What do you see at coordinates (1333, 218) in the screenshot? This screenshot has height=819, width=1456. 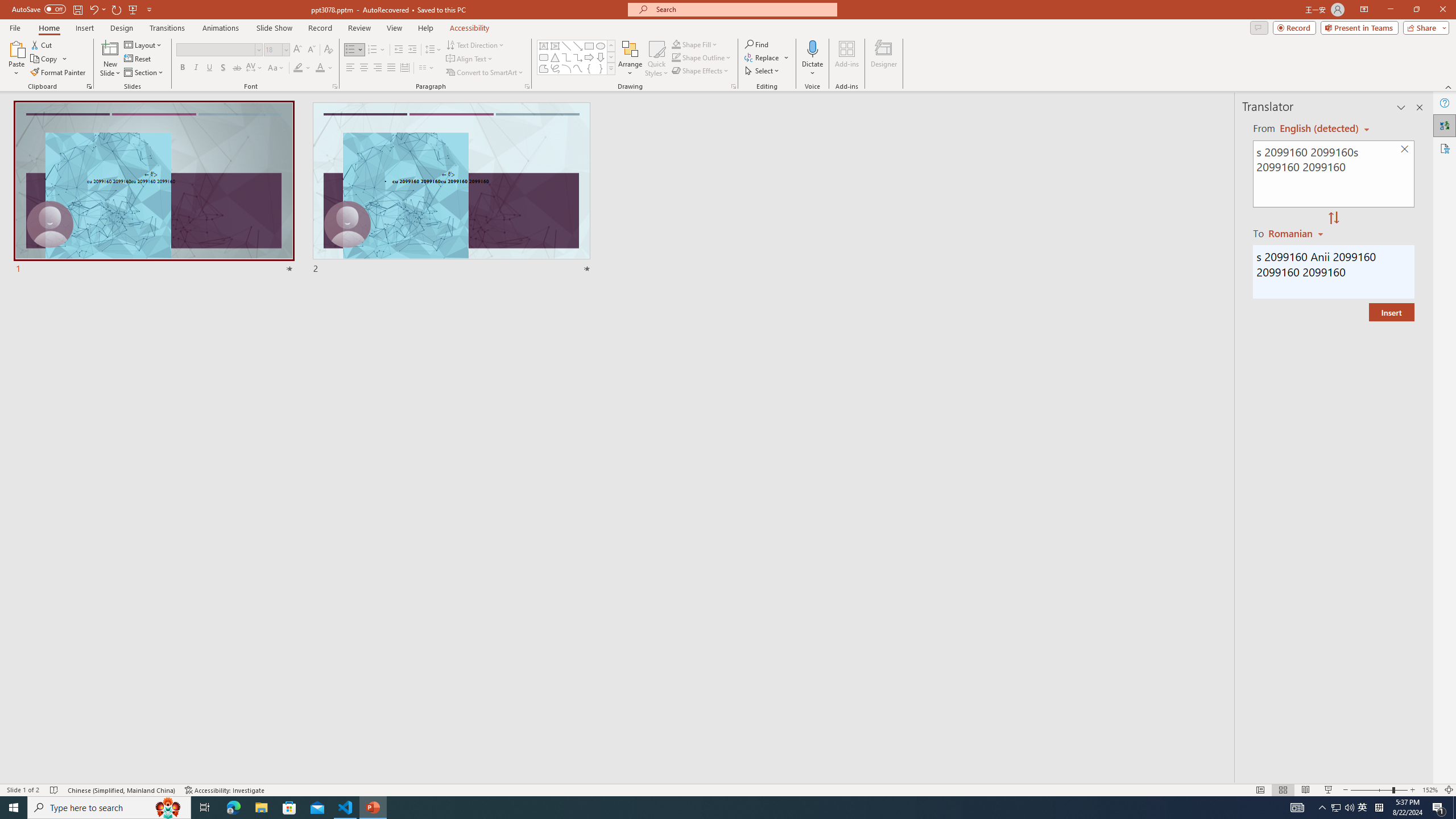 I see `'Swap "from" and "to" languages.'` at bounding box center [1333, 218].